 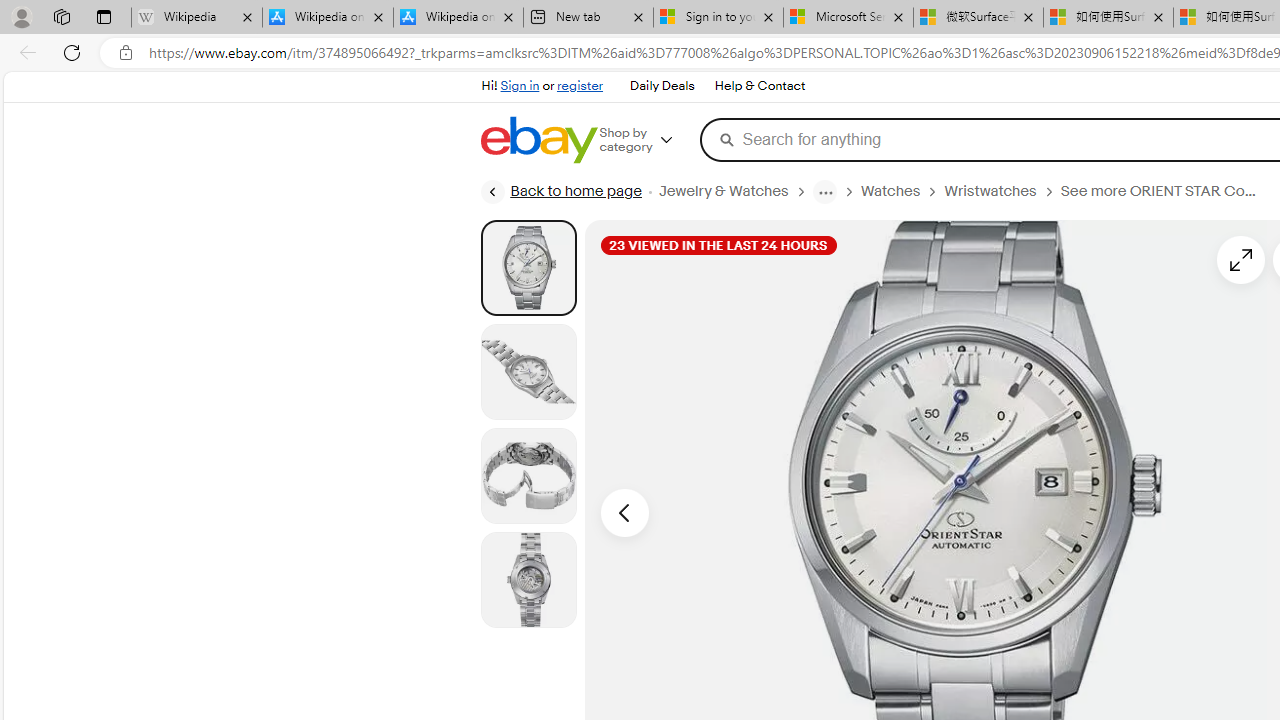 What do you see at coordinates (528, 475) in the screenshot?
I see `'Picture 3 of 4'` at bounding box center [528, 475].